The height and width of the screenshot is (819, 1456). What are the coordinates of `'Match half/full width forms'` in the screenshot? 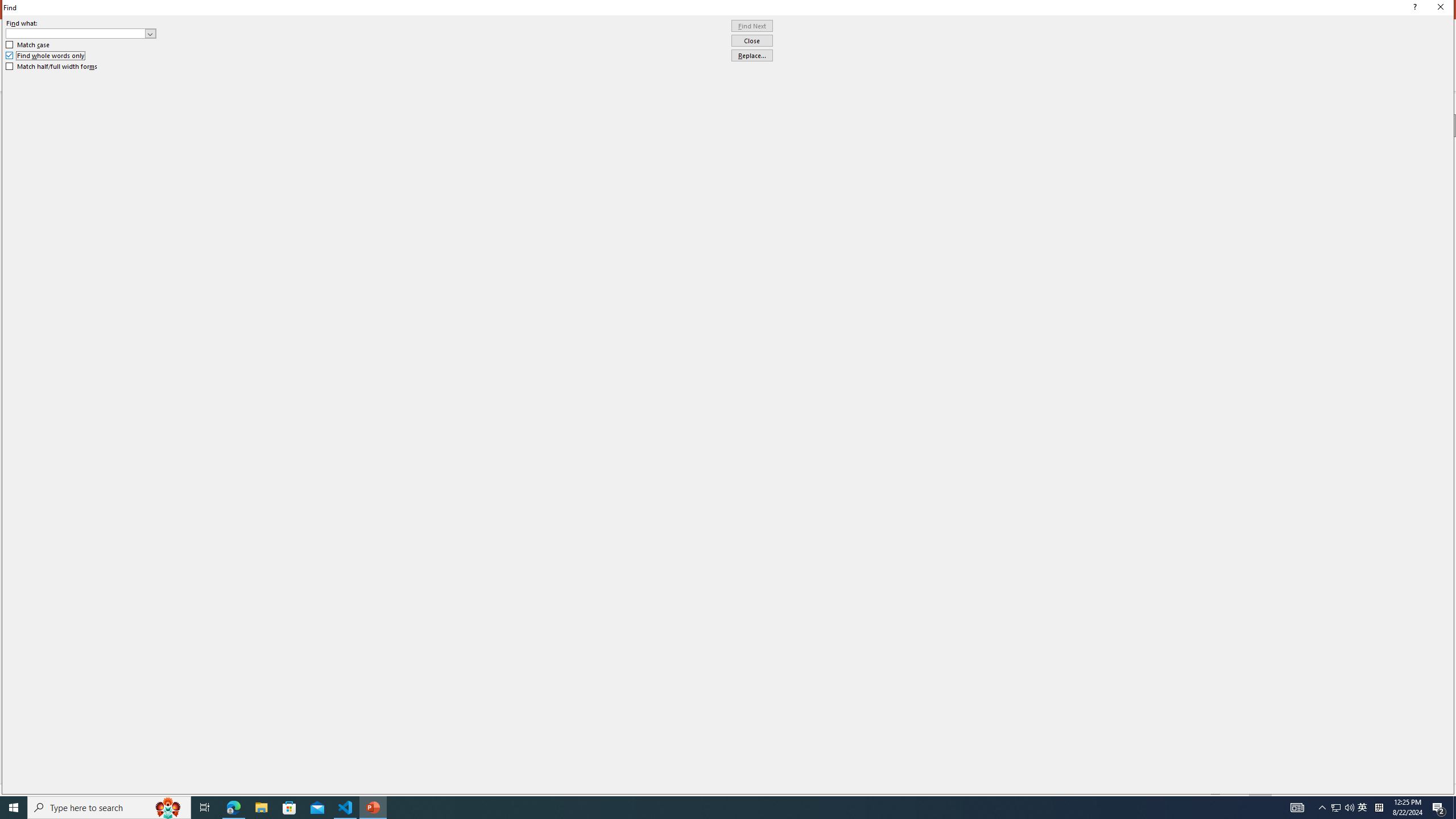 It's located at (52, 66).